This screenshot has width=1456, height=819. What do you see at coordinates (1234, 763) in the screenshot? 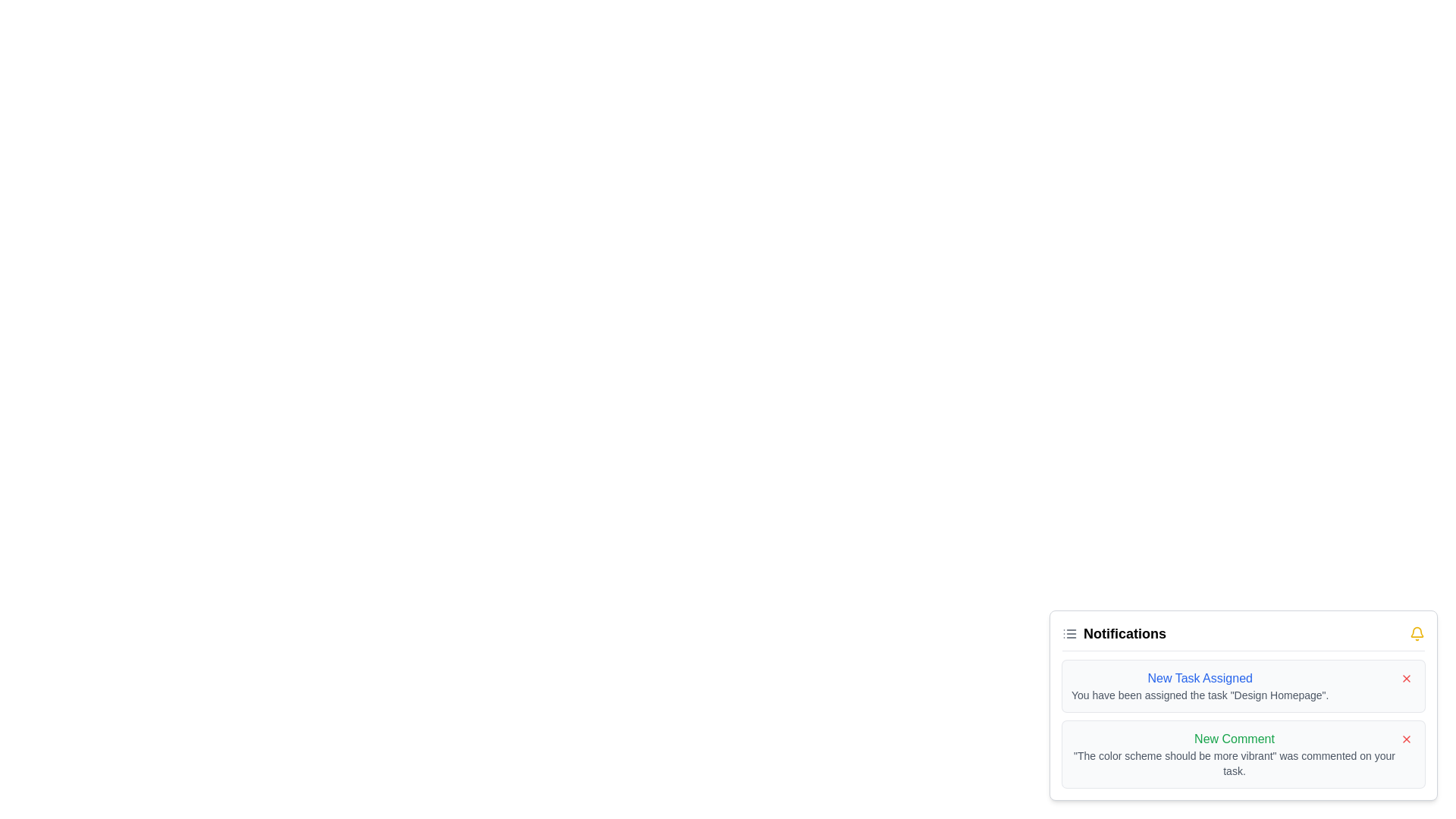
I see `the text display that reads '"The color scheme should be more vibrant" was commented on your task.' located below the green title 'New Comment' in the bottom part of the notification card` at bounding box center [1234, 763].